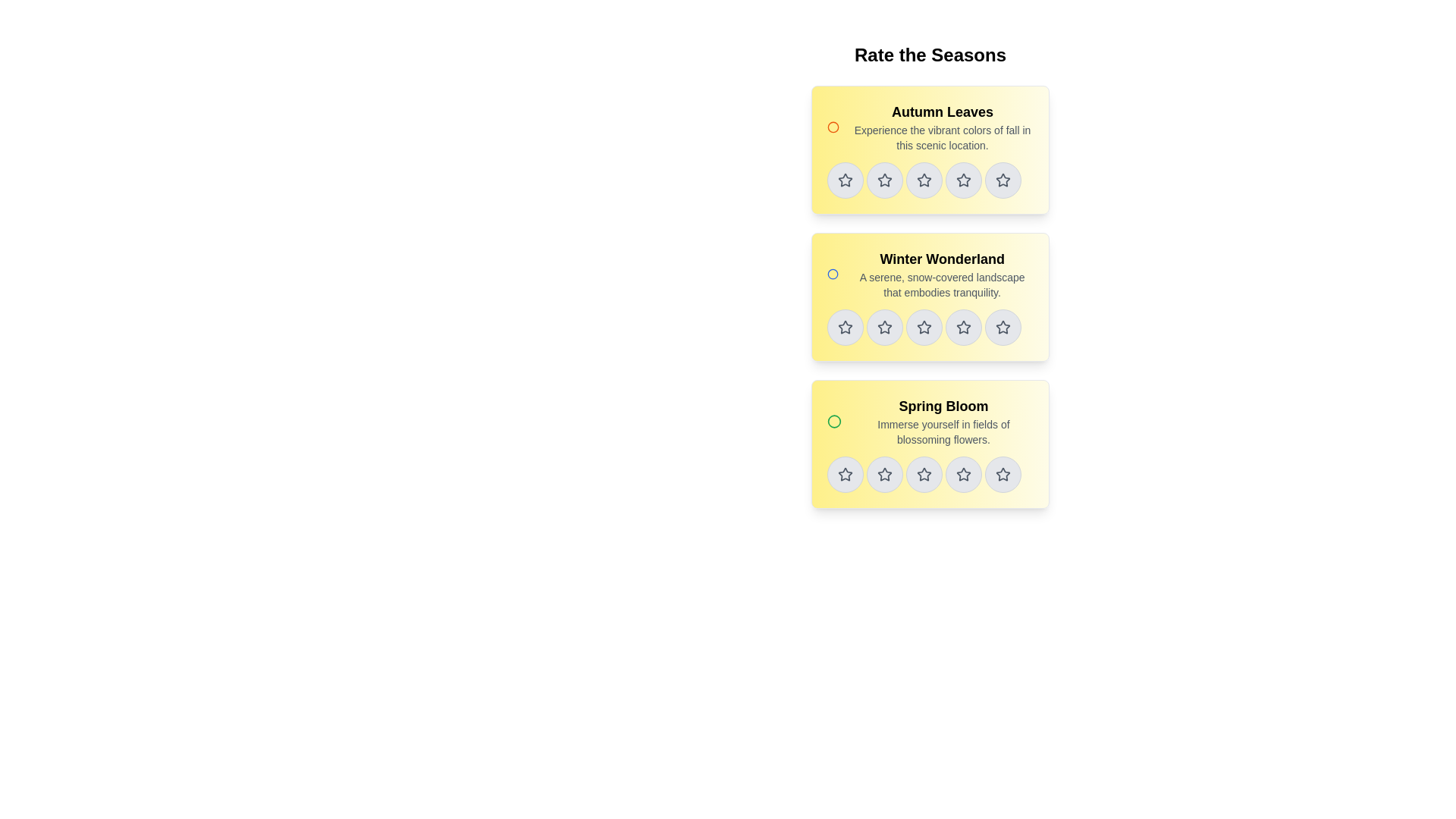 This screenshot has height=819, width=1456. What do you see at coordinates (963, 326) in the screenshot?
I see `the fourth star in the star rating control under the 'Winter Wonderland' label` at bounding box center [963, 326].